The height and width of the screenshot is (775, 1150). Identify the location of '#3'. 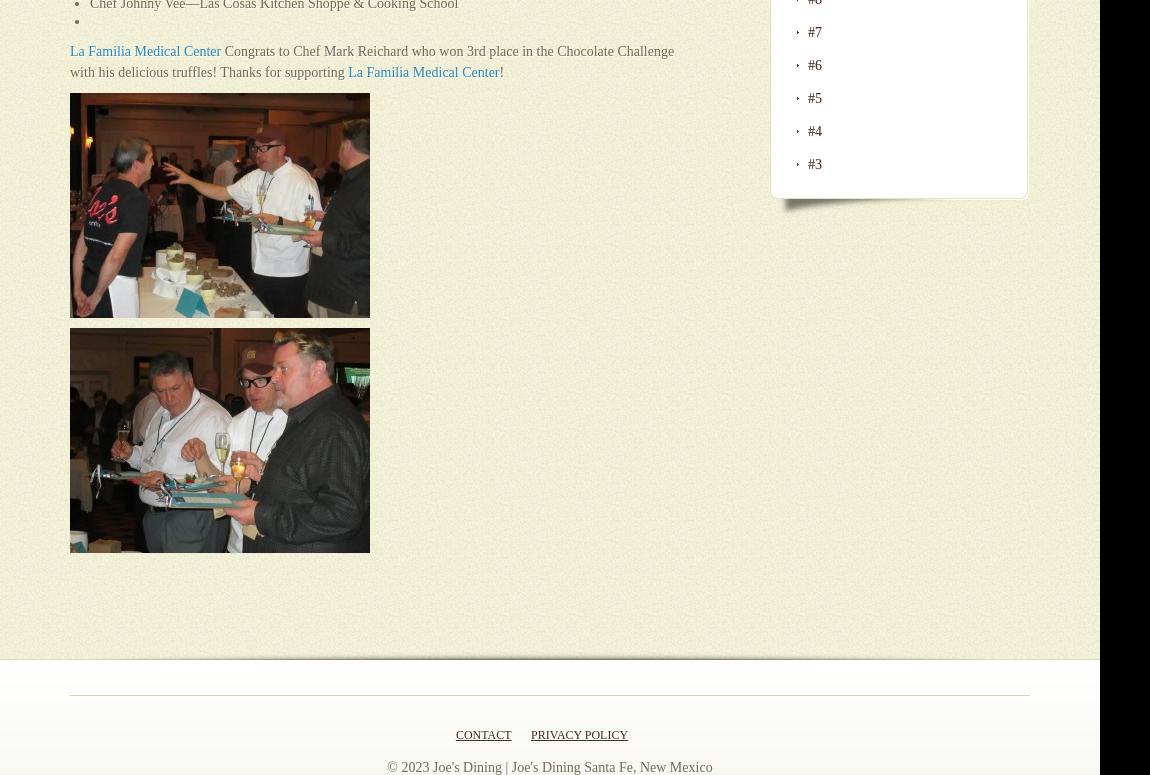
(814, 163).